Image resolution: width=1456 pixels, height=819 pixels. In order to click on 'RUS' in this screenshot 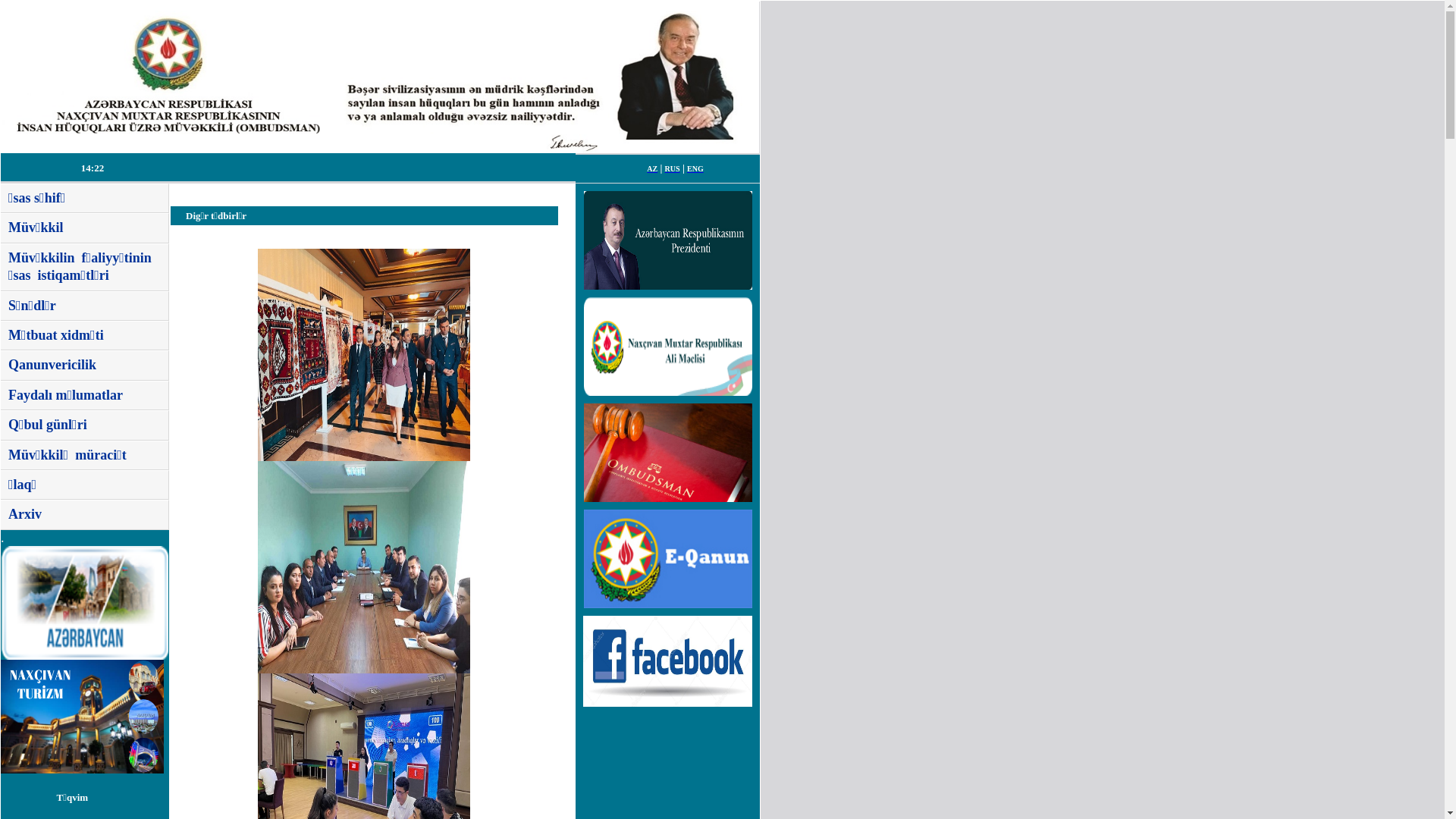, I will do `click(665, 168)`.